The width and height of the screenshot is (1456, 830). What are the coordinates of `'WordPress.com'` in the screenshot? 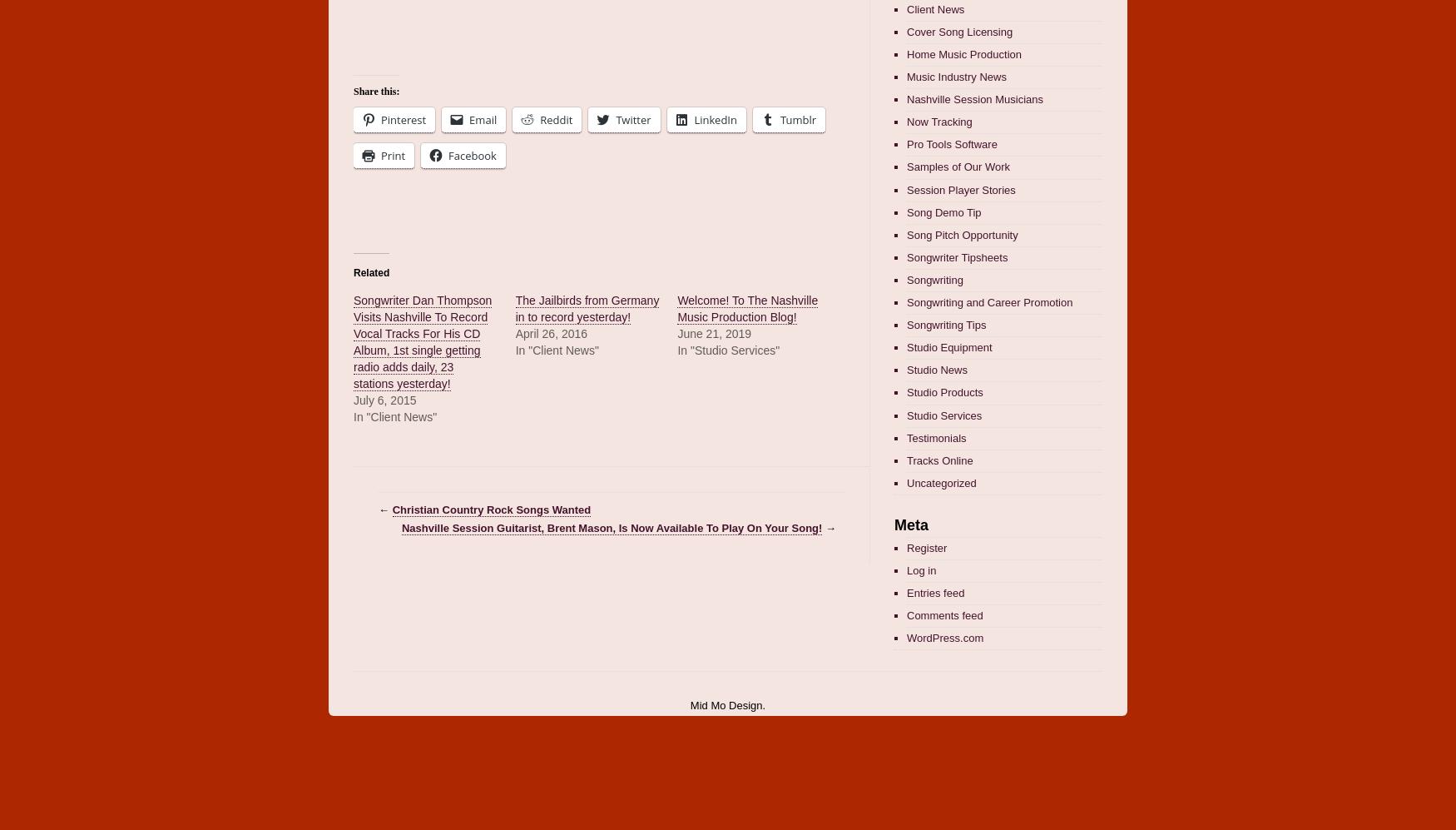 It's located at (943, 638).